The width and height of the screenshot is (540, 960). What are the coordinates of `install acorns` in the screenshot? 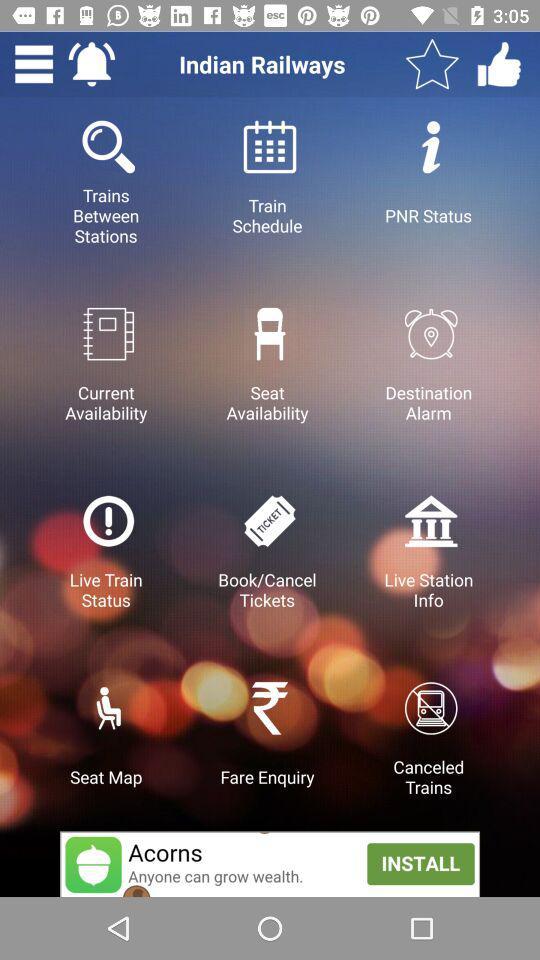 It's located at (270, 863).